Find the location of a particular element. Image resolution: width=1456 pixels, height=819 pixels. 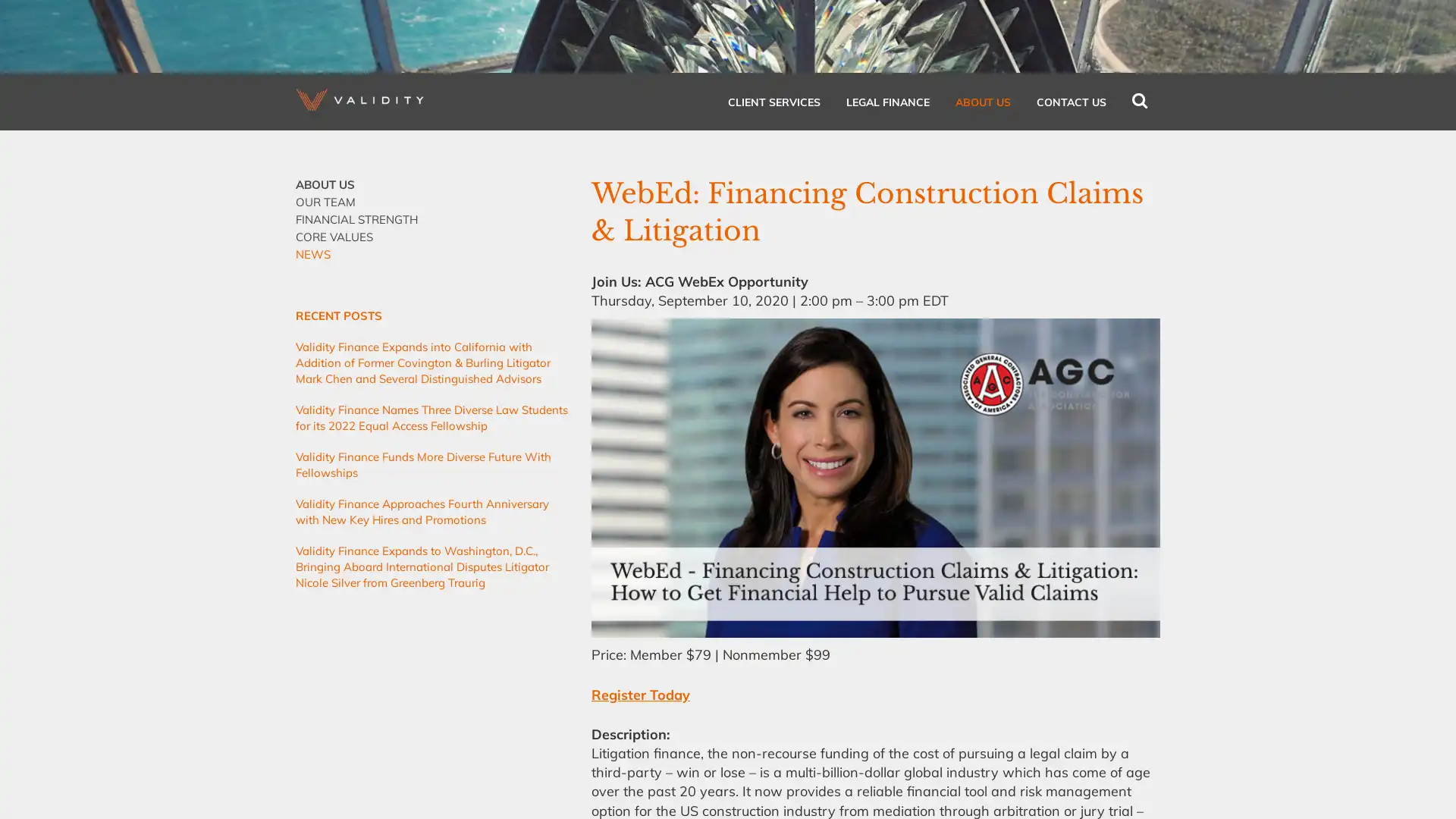

Download Now is located at coordinates (774, 330).